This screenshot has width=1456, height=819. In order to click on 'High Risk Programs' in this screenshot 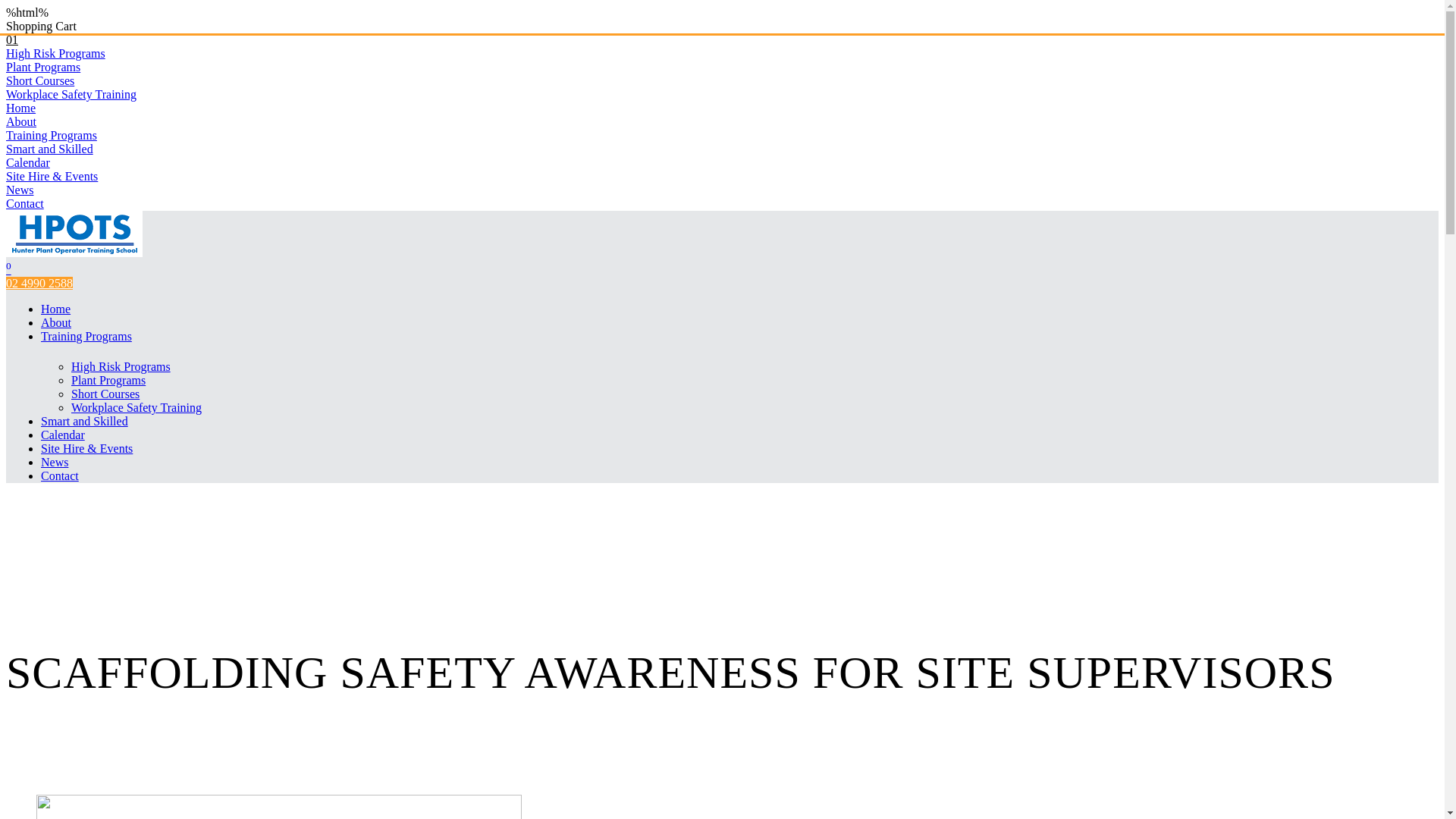, I will do `click(120, 366)`.